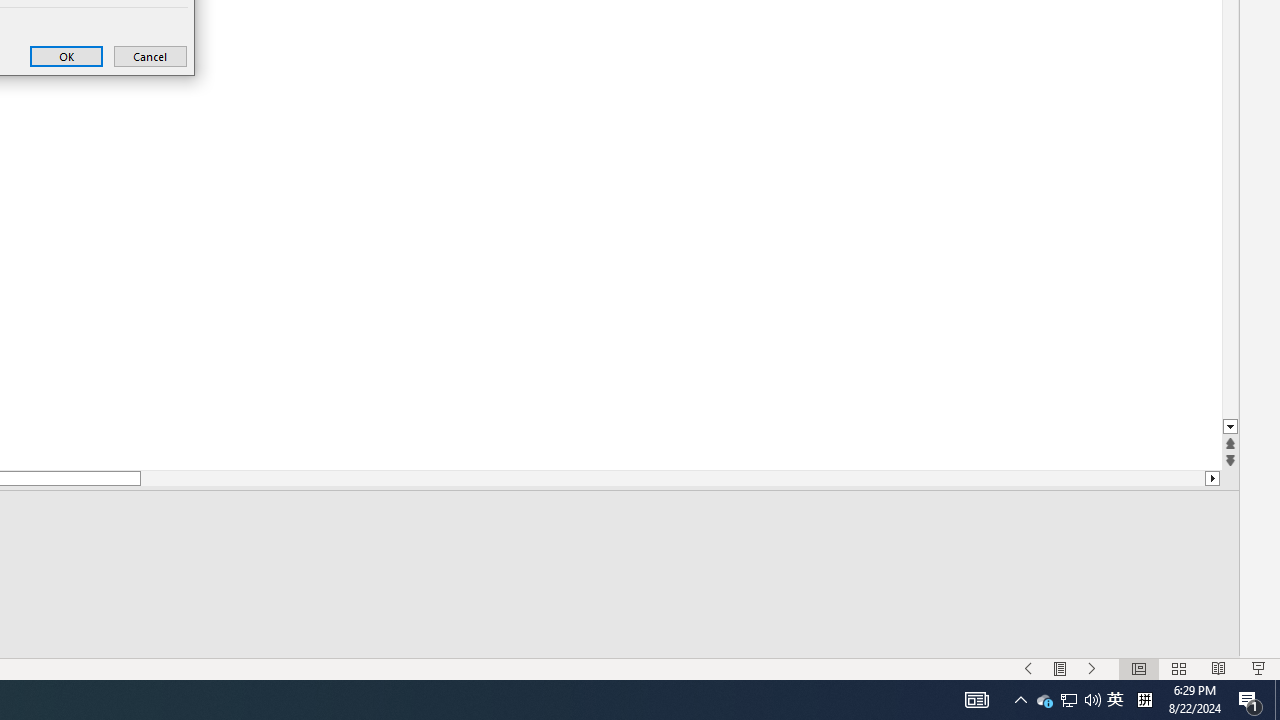 The height and width of the screenshot is (720, 1280). I want to click on 'OK', so click(66, 55).